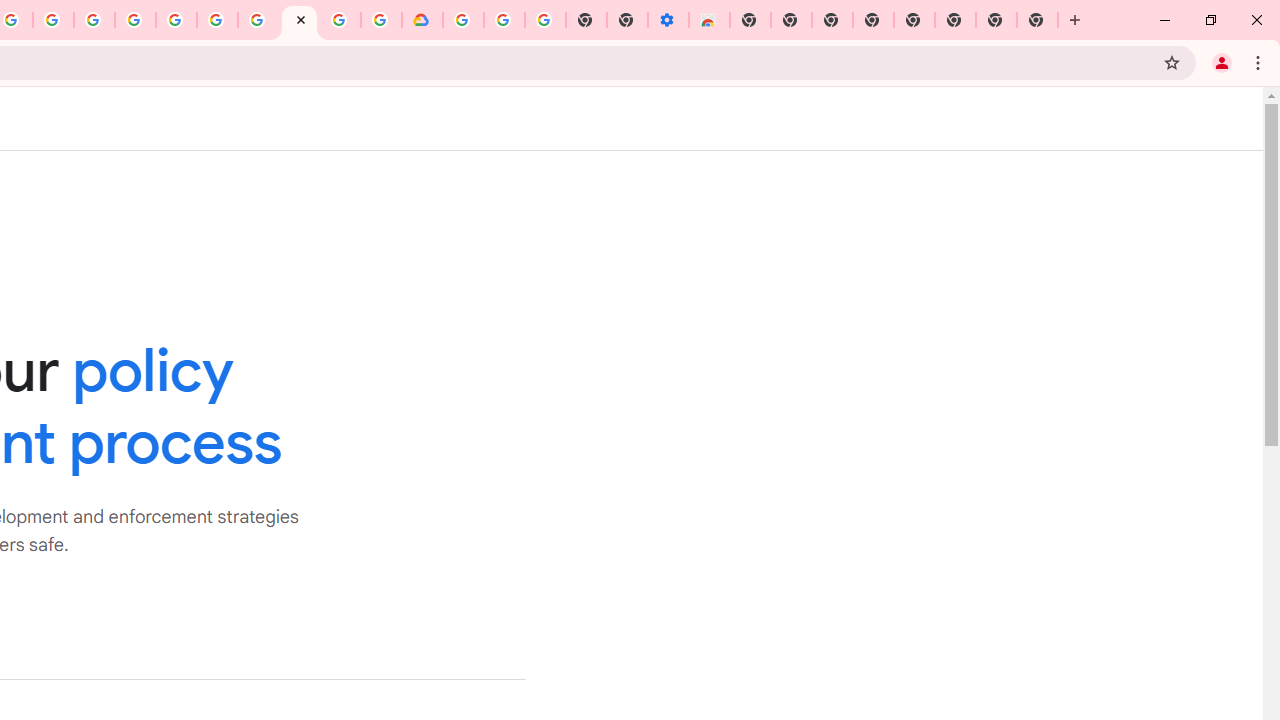 The height and width of the screenshot is (720, 1280). I want to click on 'Ad Settings', so click(134, 20).